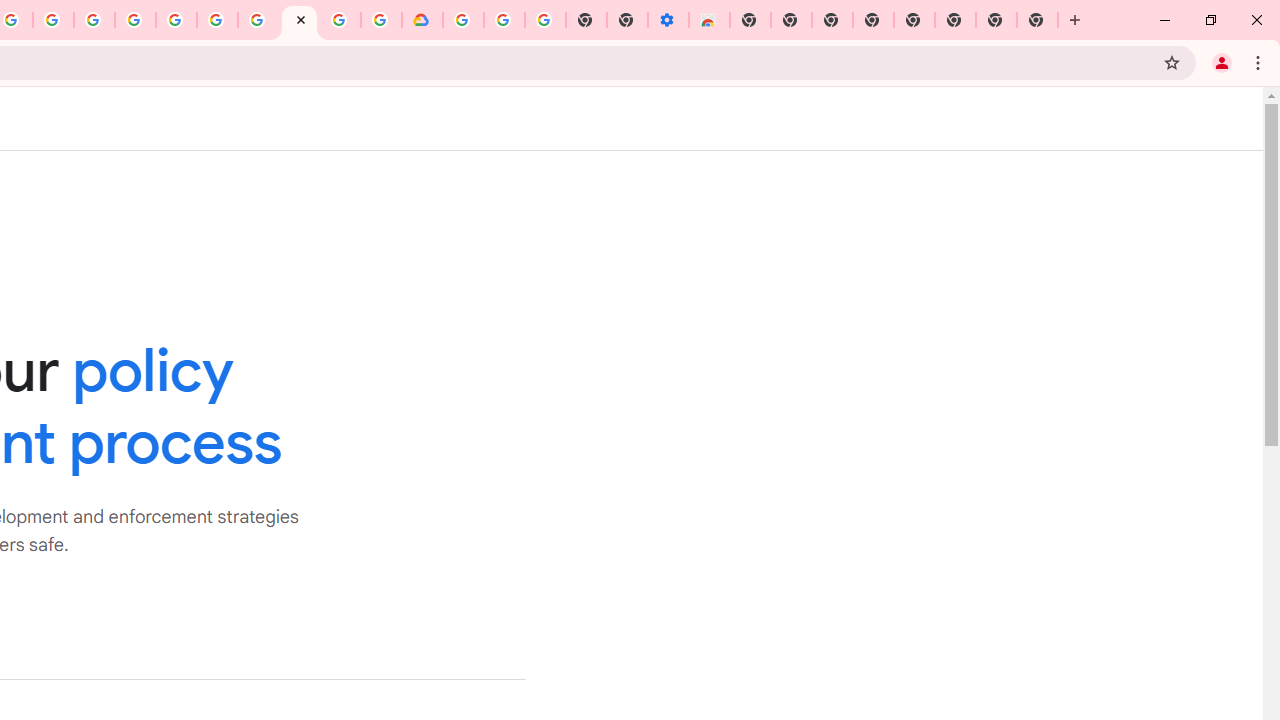 The height and width of the screenshot is (720, 1280). I want to click on 'Ad Settings', so click(134, 20).